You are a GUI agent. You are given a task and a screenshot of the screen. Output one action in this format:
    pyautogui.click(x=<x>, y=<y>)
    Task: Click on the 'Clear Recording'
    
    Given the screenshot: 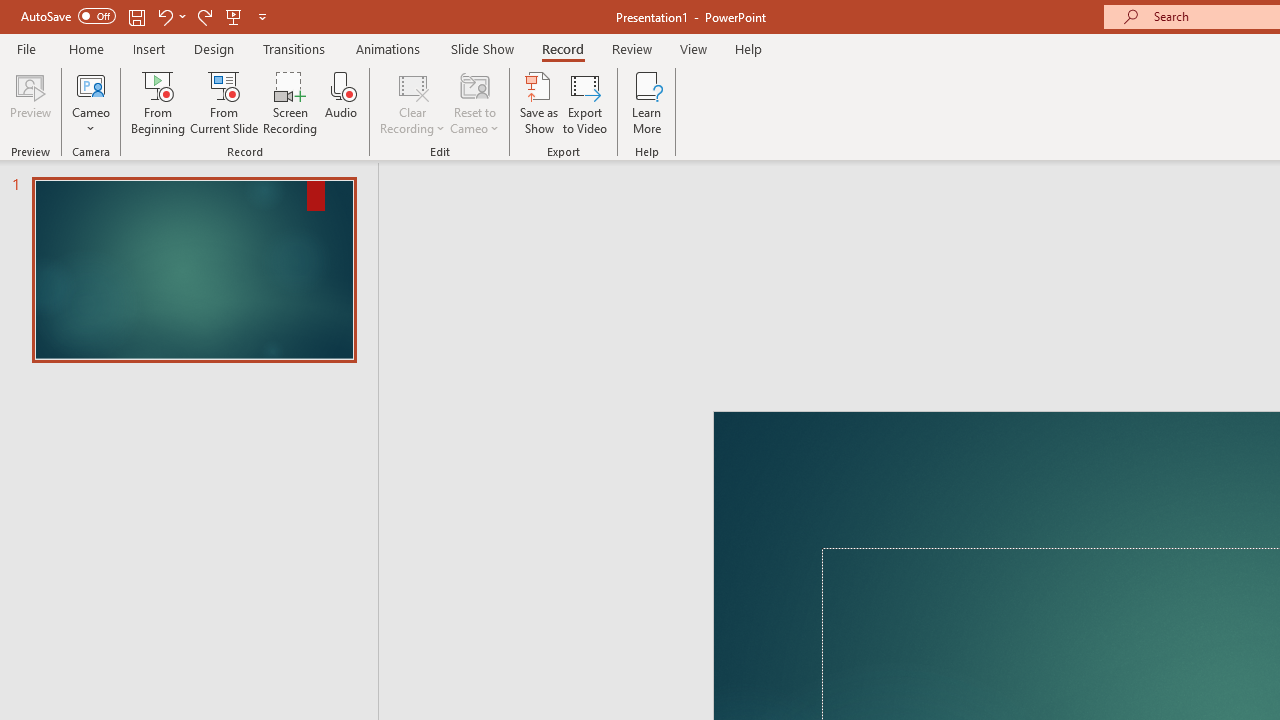 What is the action you would take?
    pyautogui.click(x=411, y=103)
    